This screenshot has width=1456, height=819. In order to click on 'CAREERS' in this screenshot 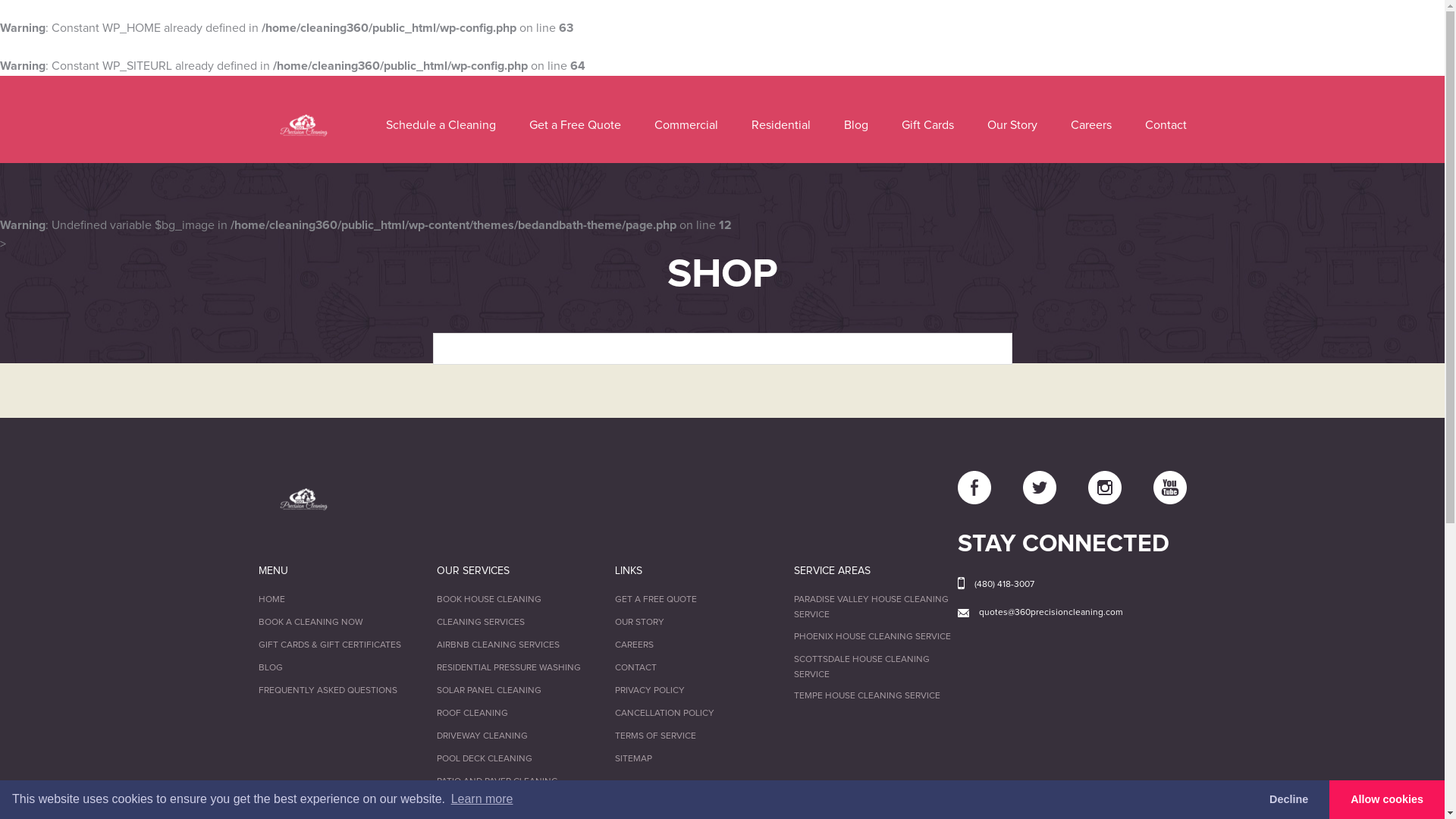, I will do `click(634, 645)`.